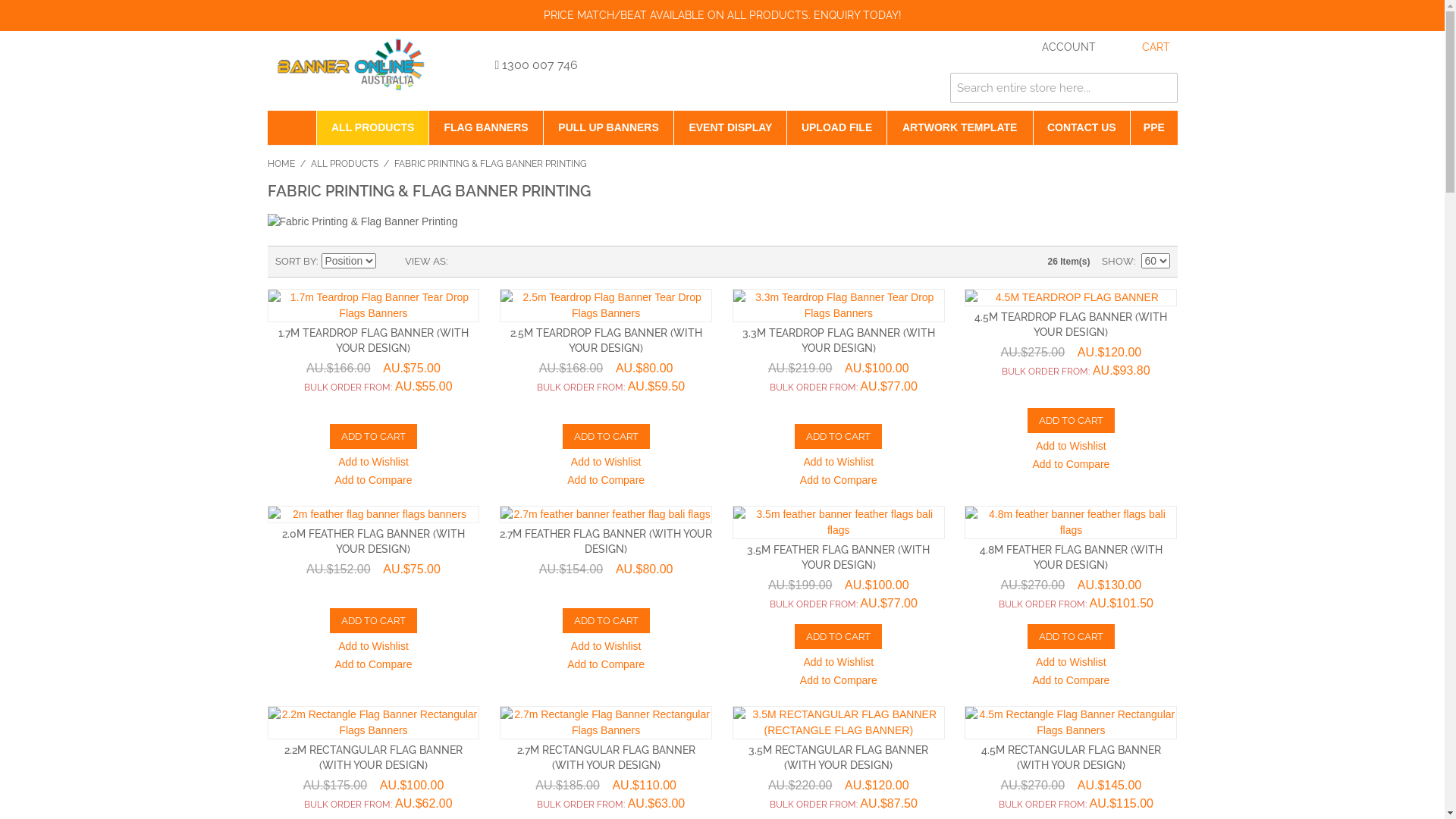  What do you see at coordinates (266, 127) in the screenshot?
I see `'Home'` at bounding box center [266, 127].